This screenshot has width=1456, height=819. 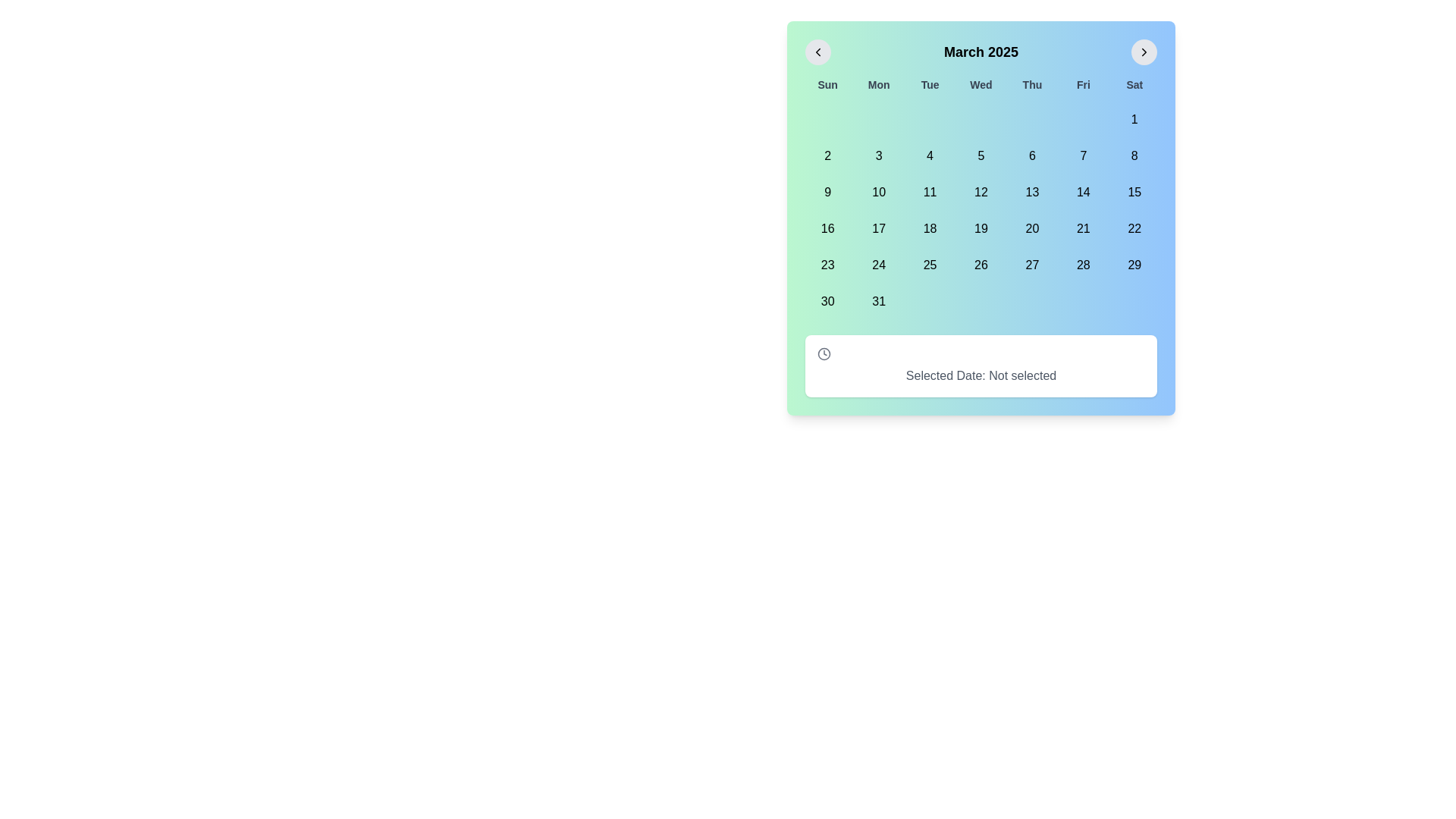 What do you see at coordinates (1134, 265) in the screenshot?
I see `the button representing the date 29 in the March 2025 calendar` at bounding box center [1134, 265].